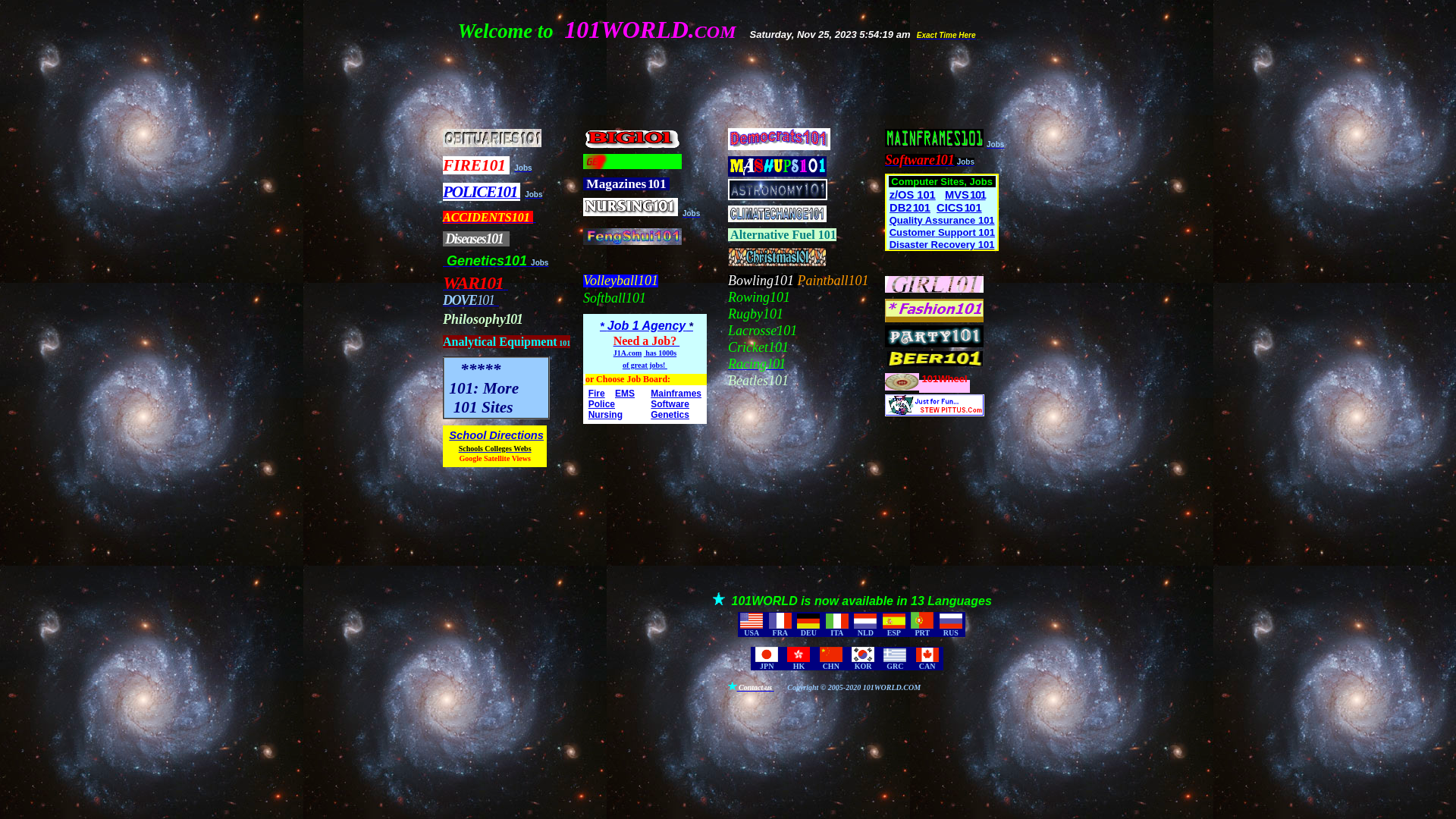 The width and height of the screenshot is (1456, 819). What do you see at coordinates (620, 281) in the screenshot?
I see `'Volleyball101'` at bounding box center [620, 281].